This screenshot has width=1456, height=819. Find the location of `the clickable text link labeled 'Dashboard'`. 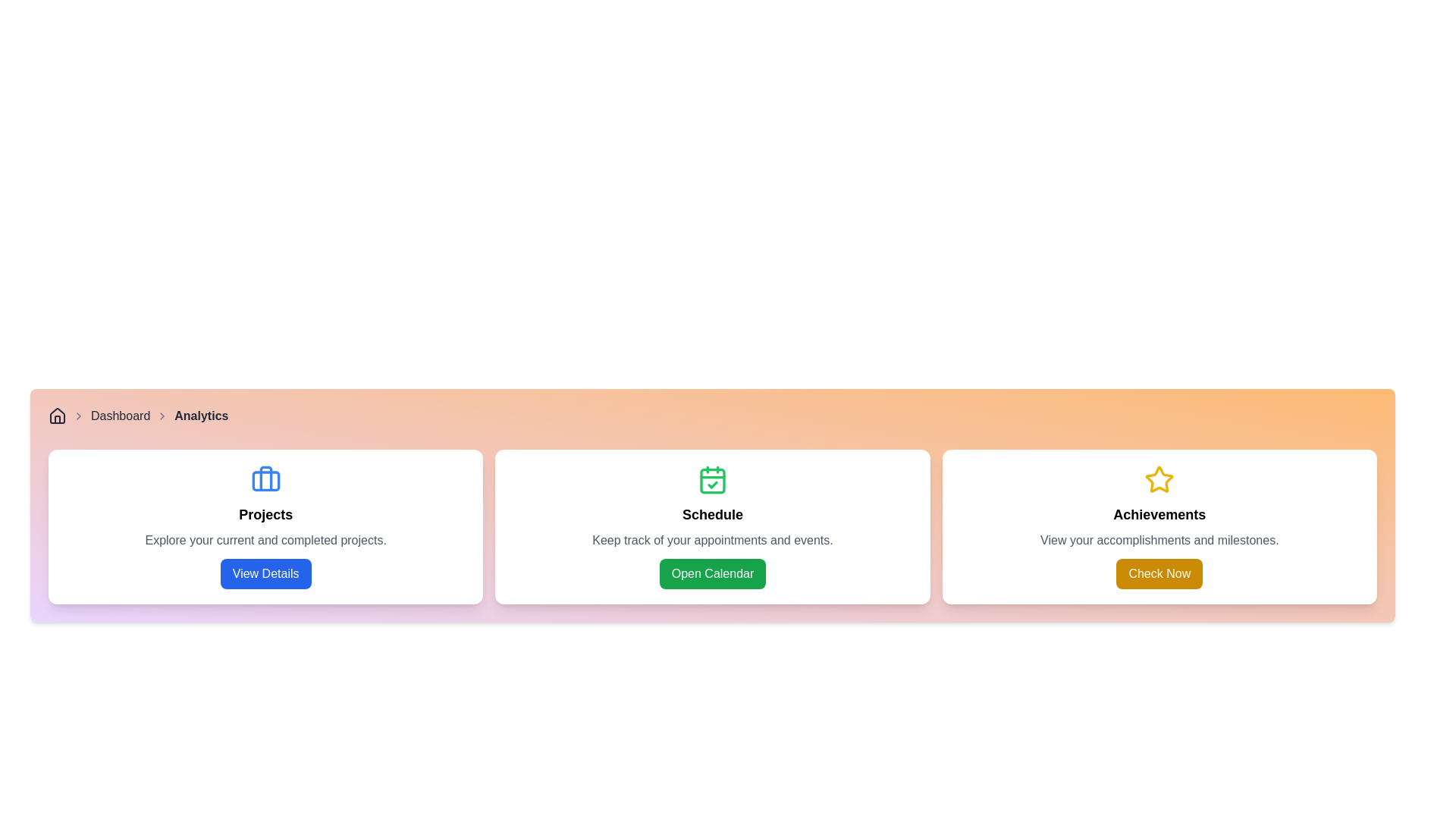

the clickable text link labeled 'Dashboard' is located at coordinates (120, 416).